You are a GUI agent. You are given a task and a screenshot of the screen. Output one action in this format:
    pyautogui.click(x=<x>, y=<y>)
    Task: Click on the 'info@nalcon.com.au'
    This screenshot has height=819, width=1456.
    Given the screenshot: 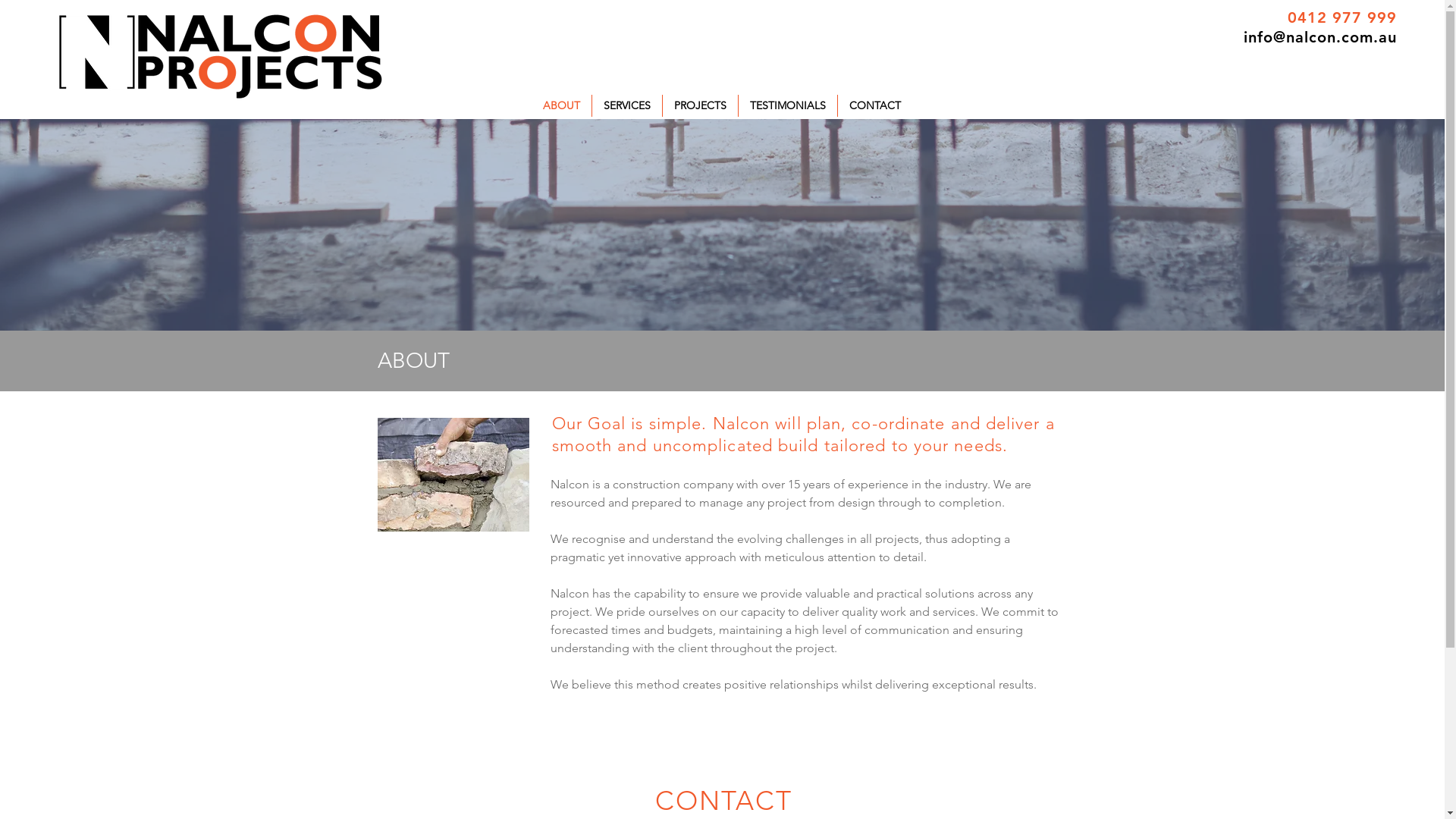 What is the action you would take?
    pyautogui.click(x=1244, y=36)
    